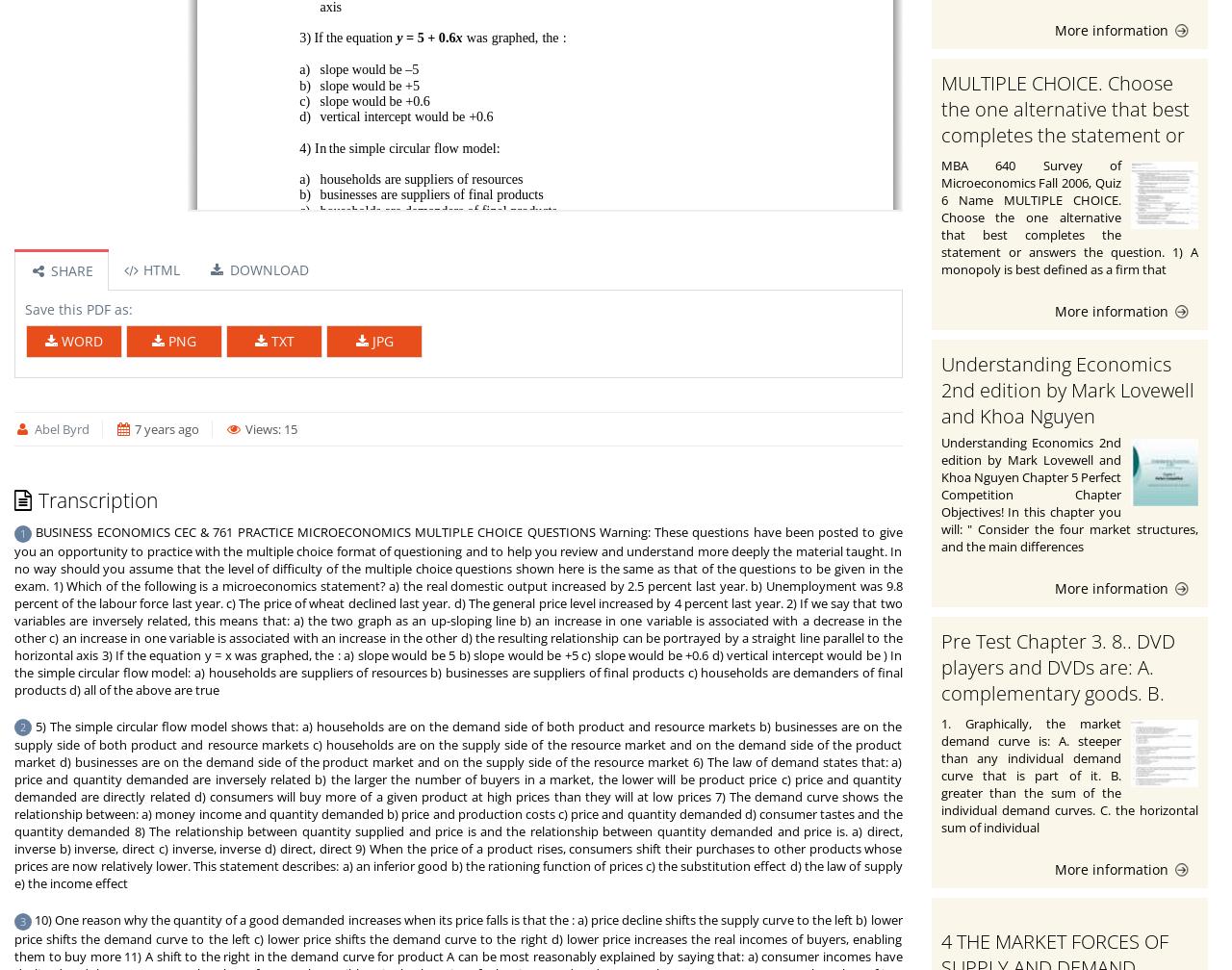 This screenshot has height=970, width=1232. I want to click on 'Understanding Economics 2nd edition by Mark Lovewell and Khoa Nguyen Chapter 5 Perfect Competition Chapter Objectives! In this chapter you will: " Consider the four market structures, and the main differences', so click(1068, 493).